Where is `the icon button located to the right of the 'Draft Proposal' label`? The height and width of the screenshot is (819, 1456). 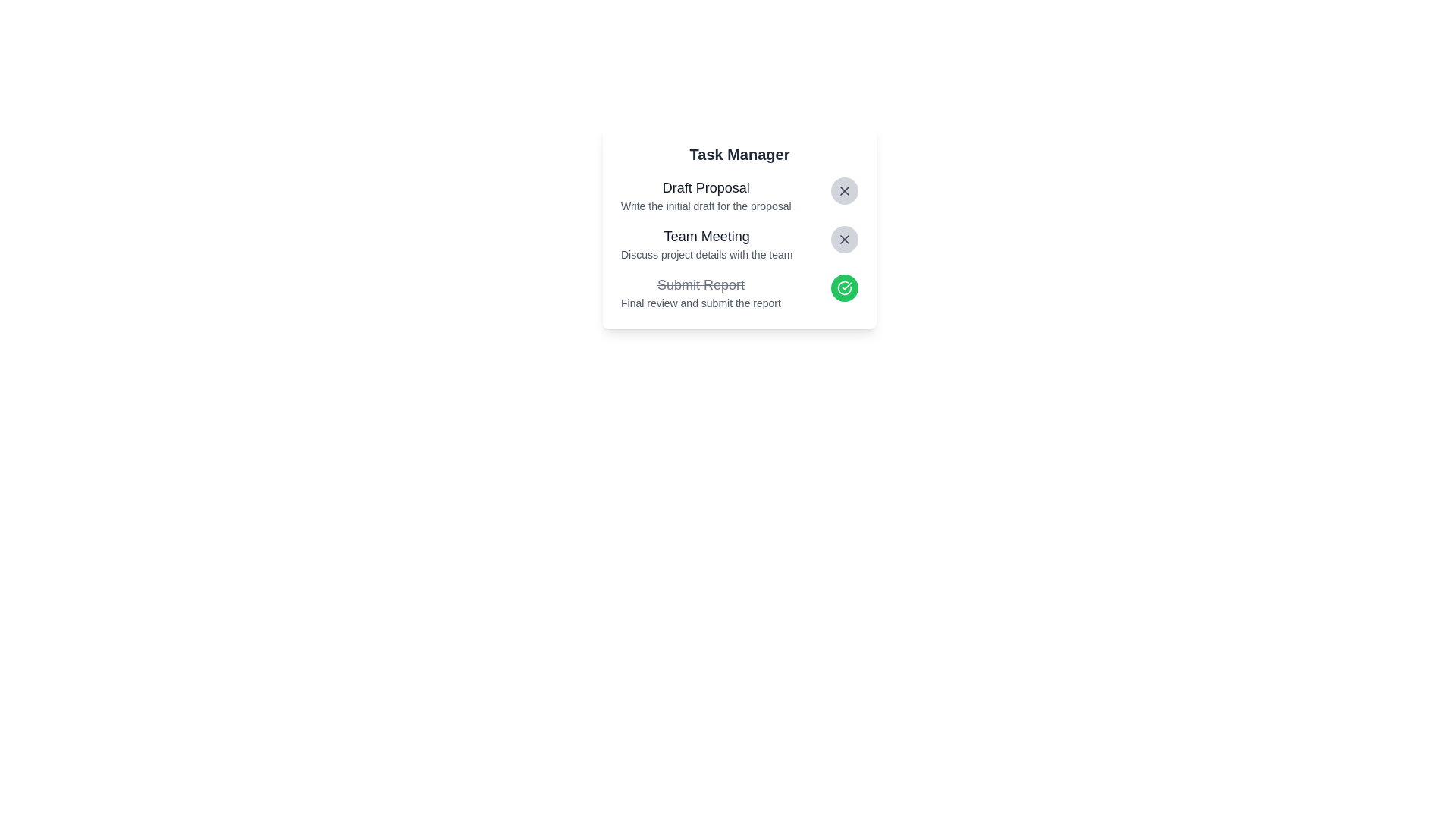
the icon button located to the right of the 'Draft Proposal' label is located at coordinates (843, 239).